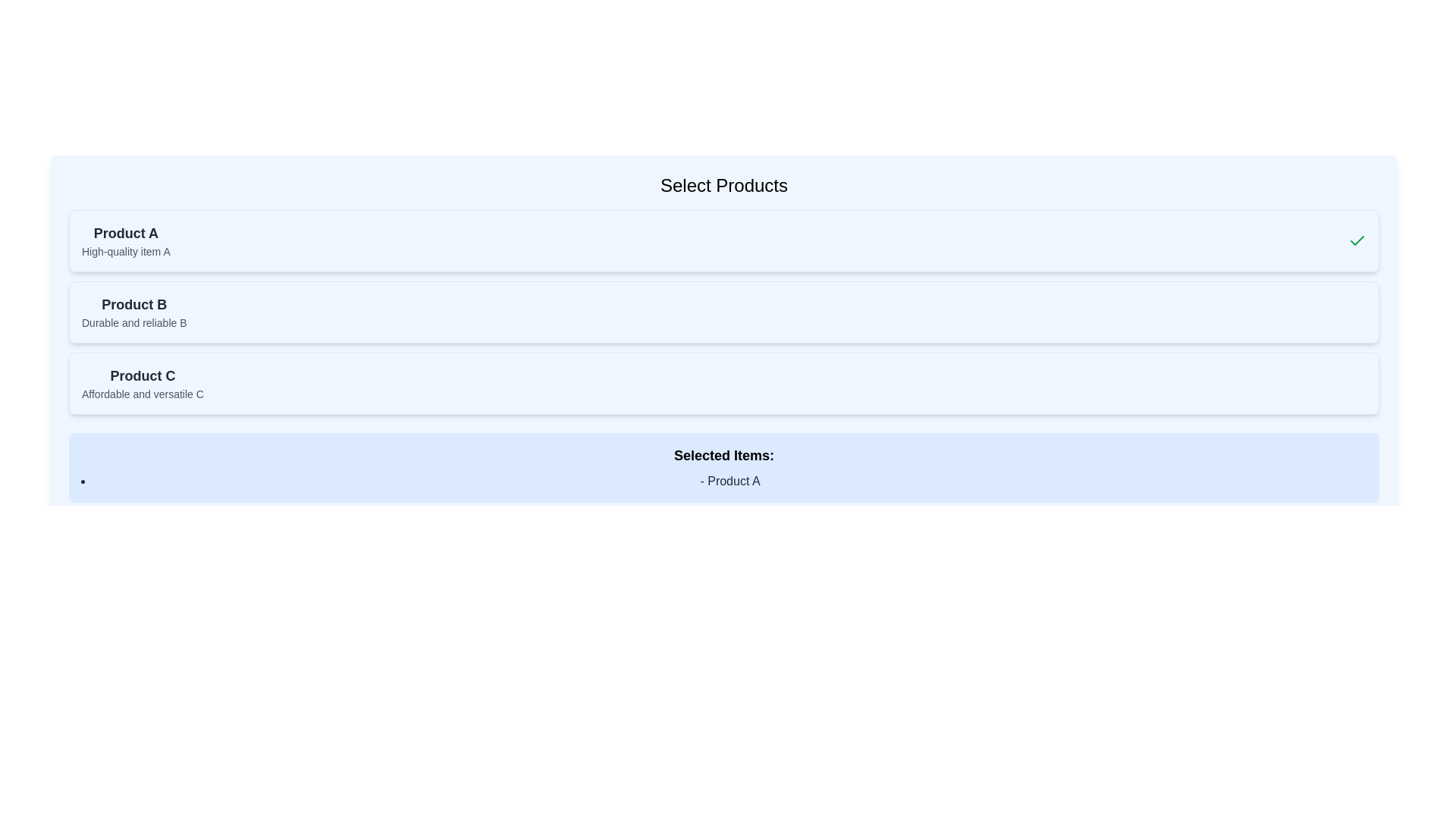  Describe the element at coordinates (126, 234) in the screenshot. I see `text label displaying 'Product A', which is prominently styled in bold and dark gray, located at the top of the product section` at that location.